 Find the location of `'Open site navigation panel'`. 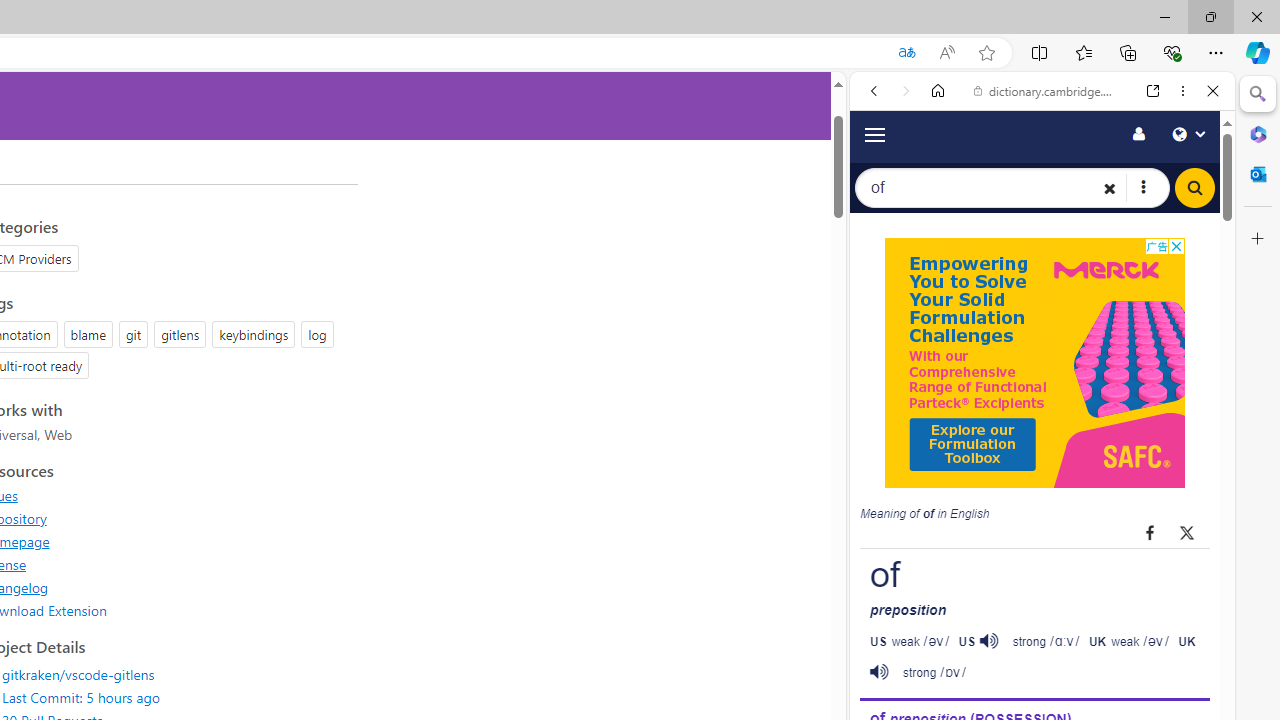

'Open site navigation panel' is located at coordinates (874, 133).